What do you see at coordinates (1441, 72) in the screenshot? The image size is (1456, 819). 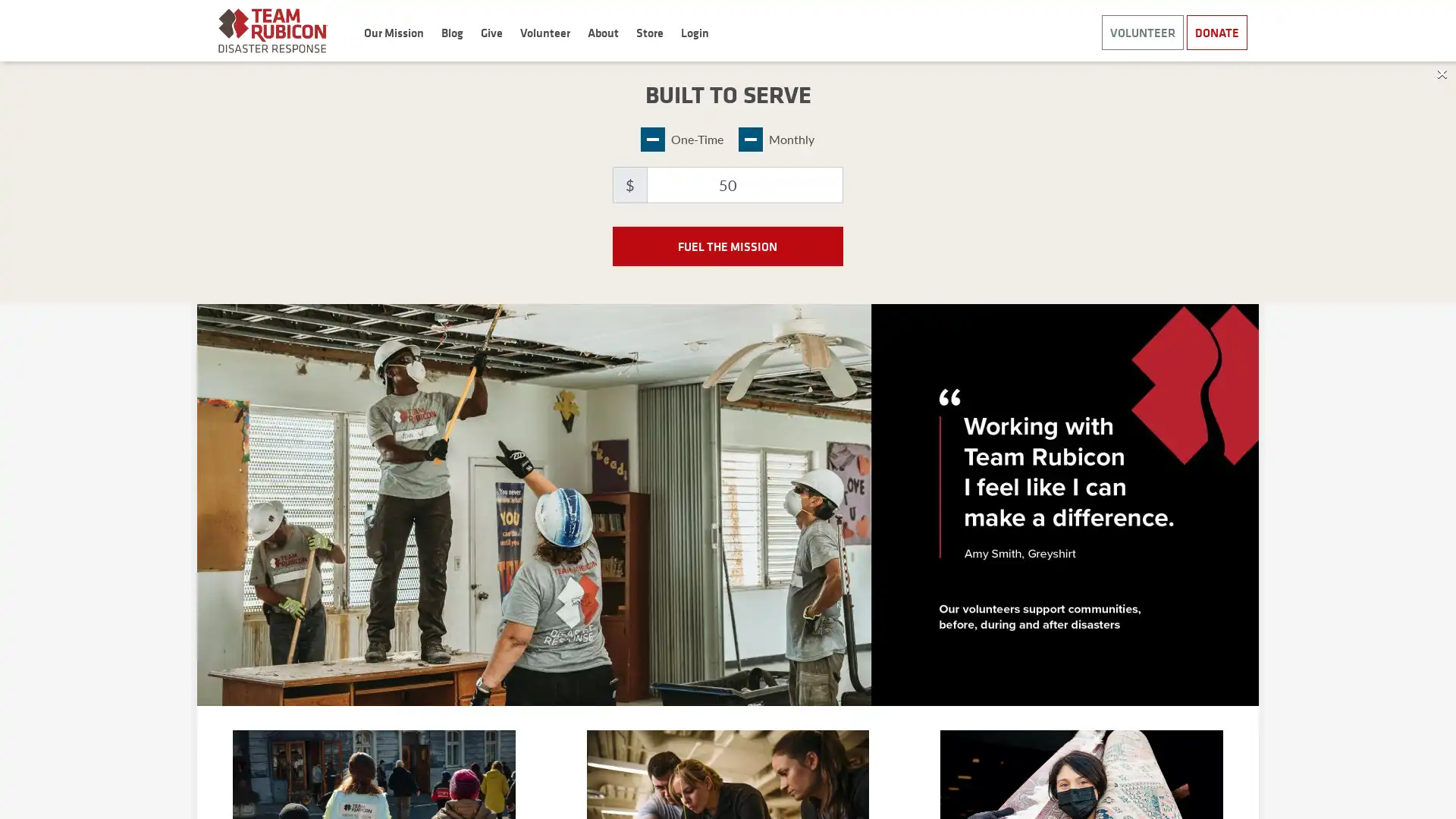 I see `Close` at bounding box center [1441, 72].